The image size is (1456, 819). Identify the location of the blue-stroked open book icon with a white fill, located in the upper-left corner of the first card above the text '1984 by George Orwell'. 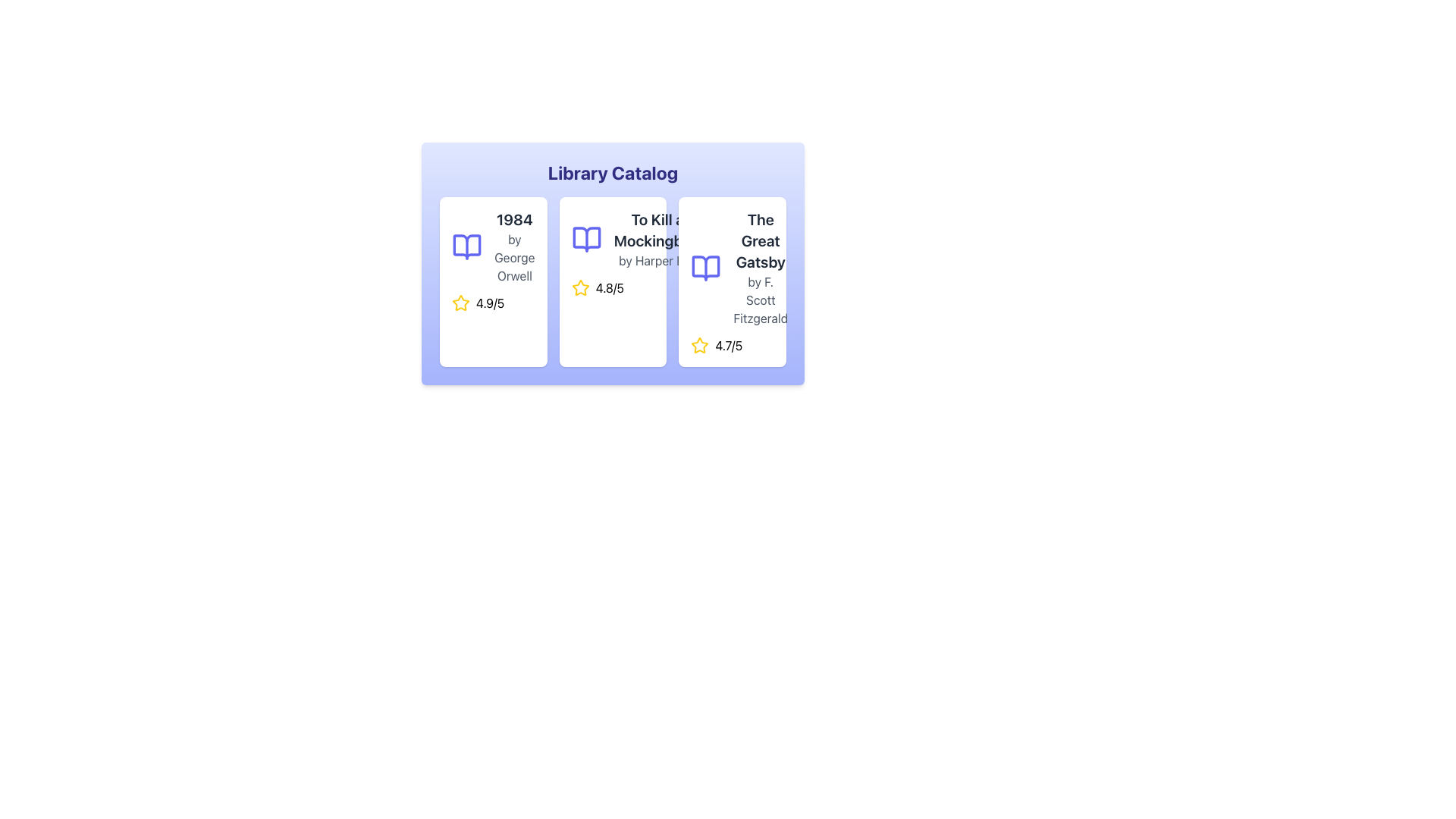
(466, 246).